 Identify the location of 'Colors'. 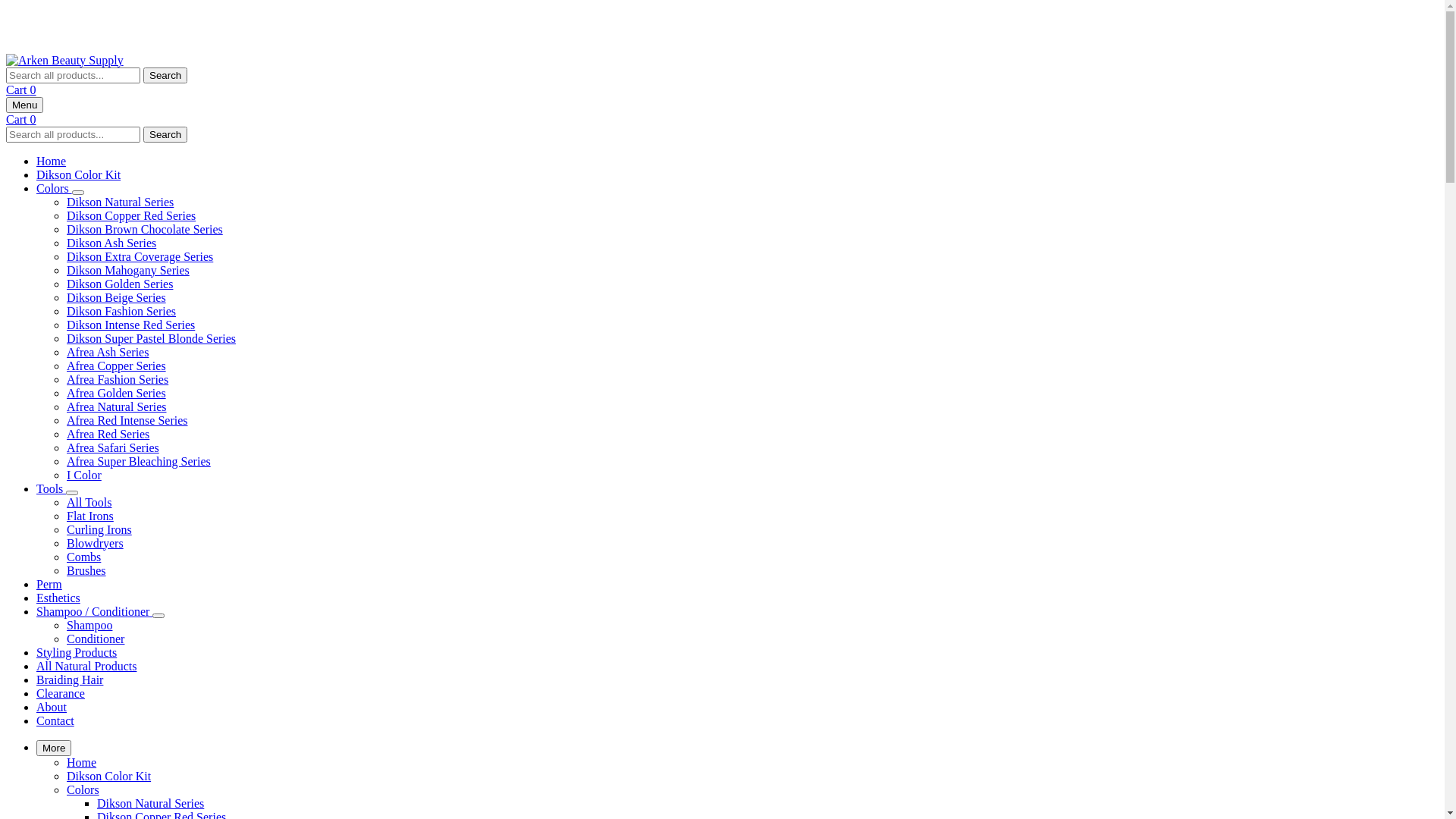
(54, 187).